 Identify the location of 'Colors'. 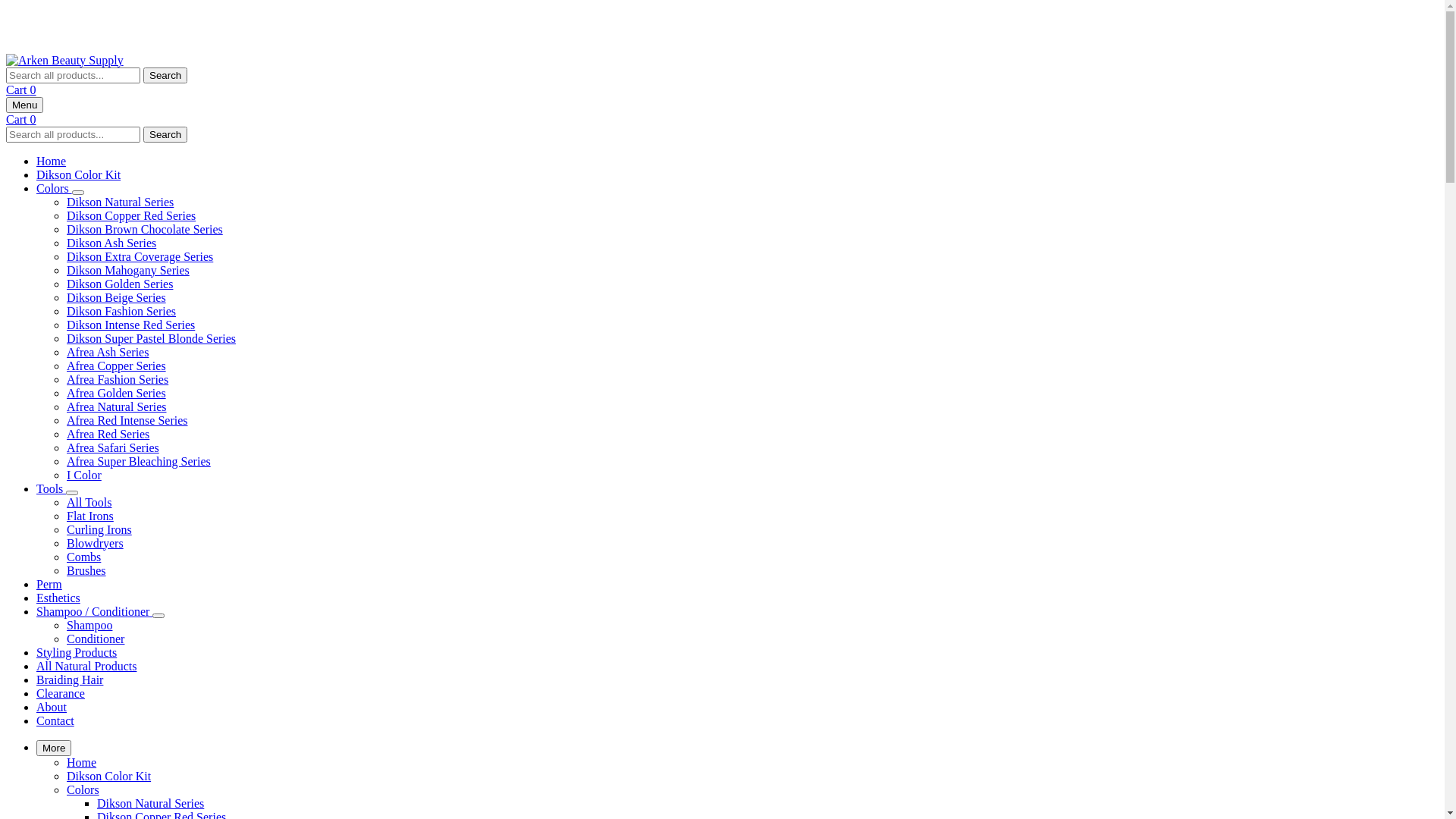
(54, 187).